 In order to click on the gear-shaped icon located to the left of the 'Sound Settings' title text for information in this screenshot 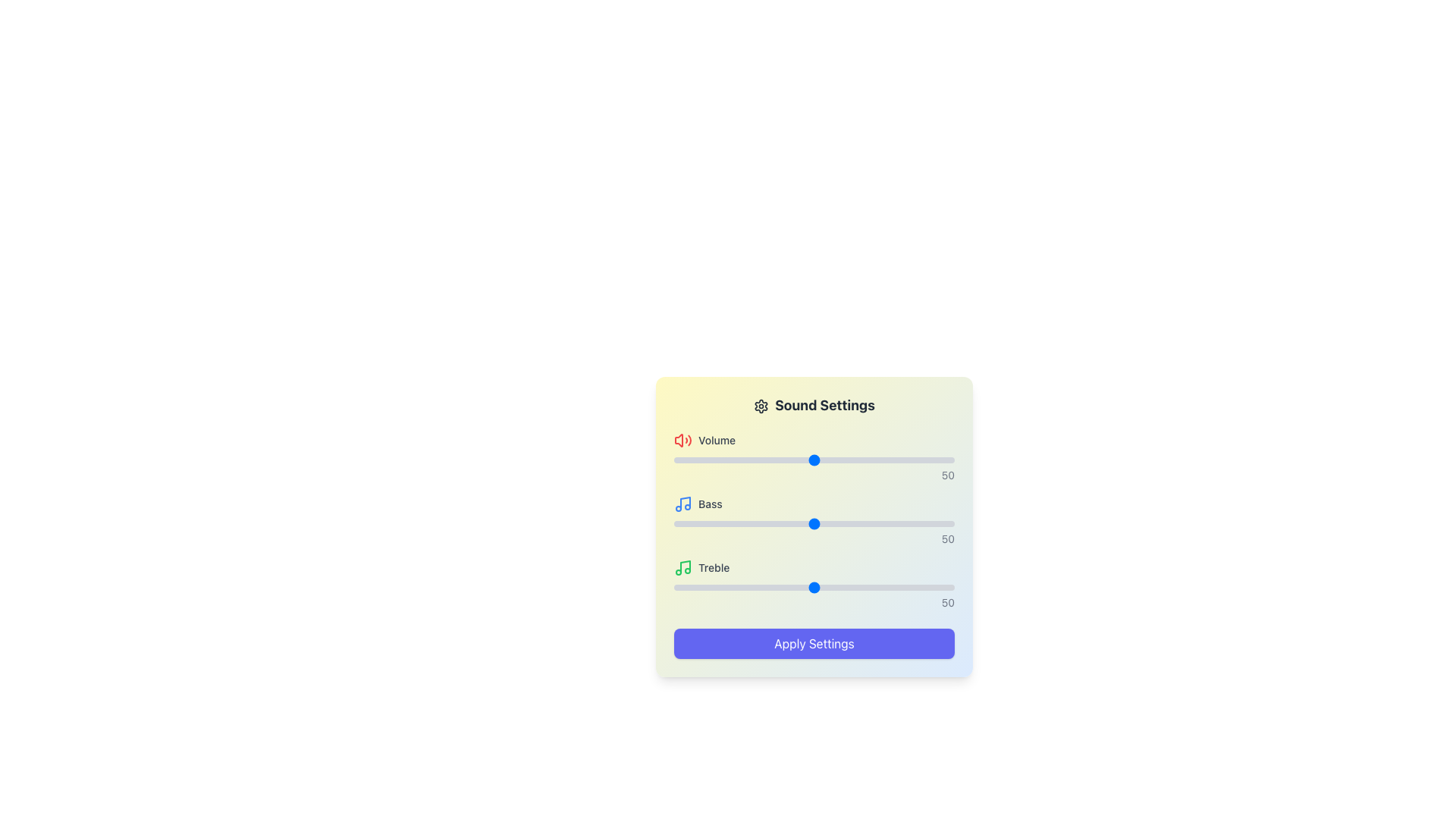, I will do `click(761, 406)`.